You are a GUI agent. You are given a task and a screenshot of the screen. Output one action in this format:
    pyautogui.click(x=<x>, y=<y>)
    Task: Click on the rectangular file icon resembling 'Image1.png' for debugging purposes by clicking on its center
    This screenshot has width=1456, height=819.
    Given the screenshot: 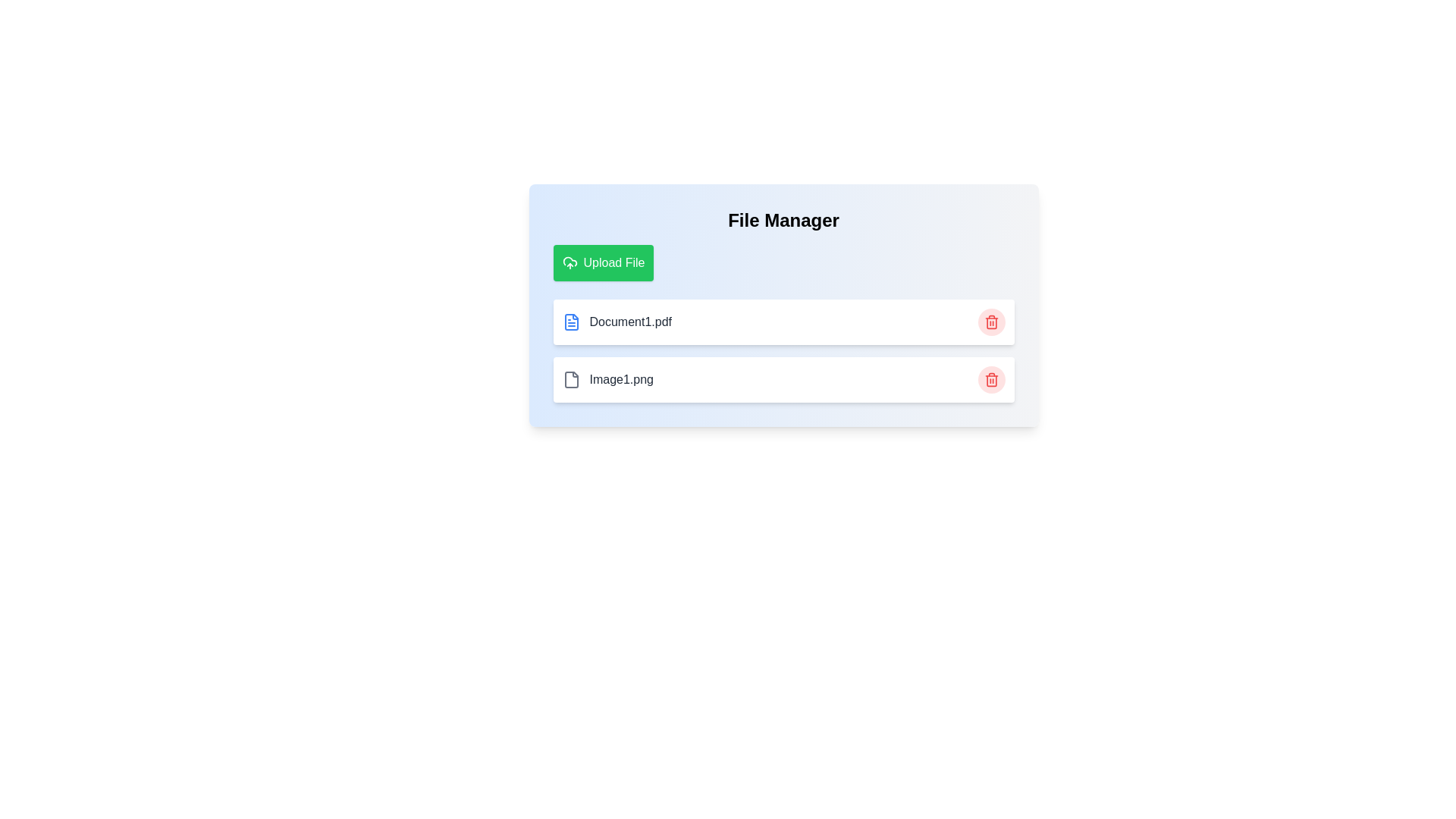 What is the action you would take?
    pyautogui.click(x=570, y=379)
    